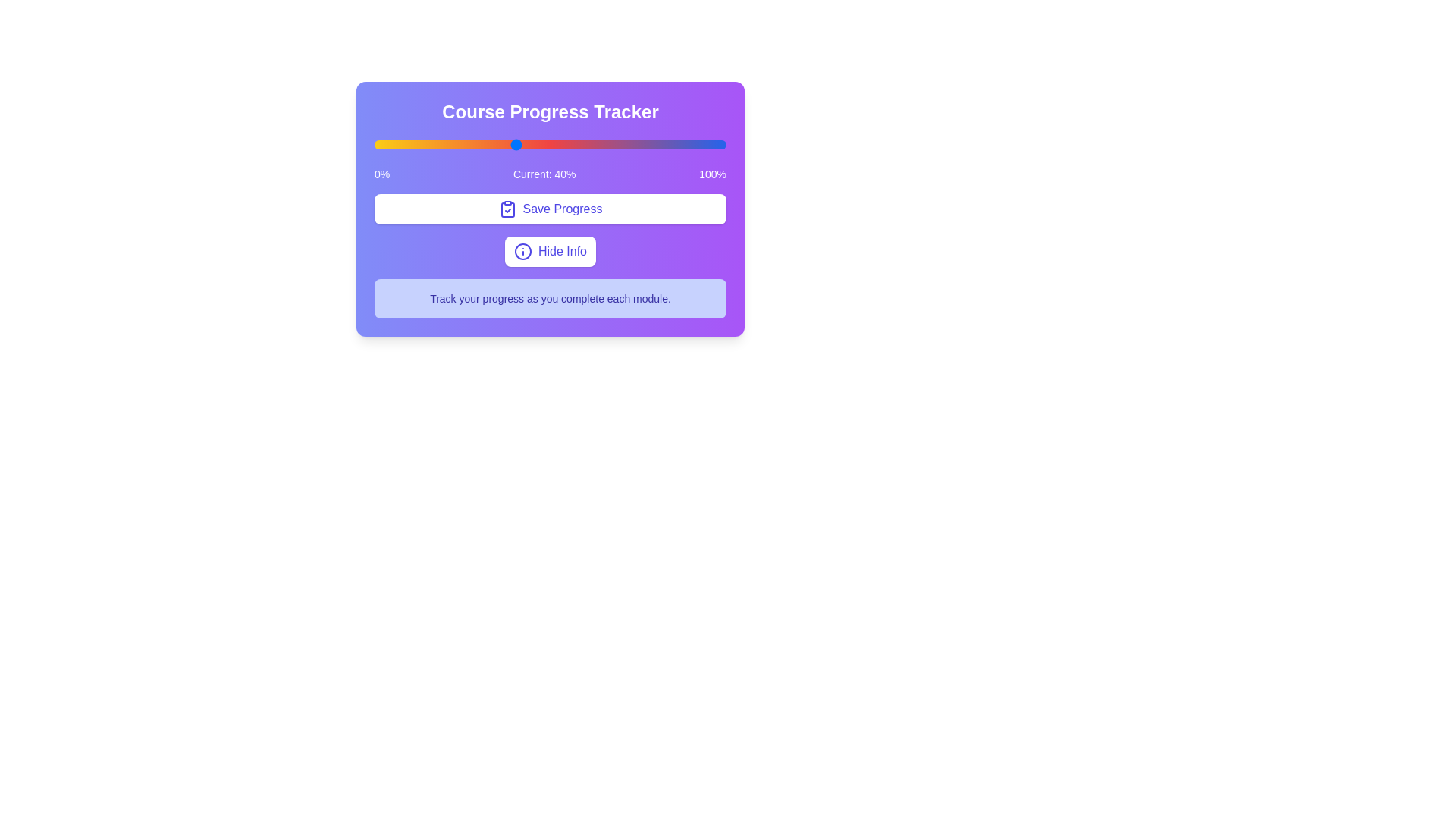  What do you see at coordinates (491, 145) in the screenshot?
I see `the course progress` at bounding box center [491, 145].